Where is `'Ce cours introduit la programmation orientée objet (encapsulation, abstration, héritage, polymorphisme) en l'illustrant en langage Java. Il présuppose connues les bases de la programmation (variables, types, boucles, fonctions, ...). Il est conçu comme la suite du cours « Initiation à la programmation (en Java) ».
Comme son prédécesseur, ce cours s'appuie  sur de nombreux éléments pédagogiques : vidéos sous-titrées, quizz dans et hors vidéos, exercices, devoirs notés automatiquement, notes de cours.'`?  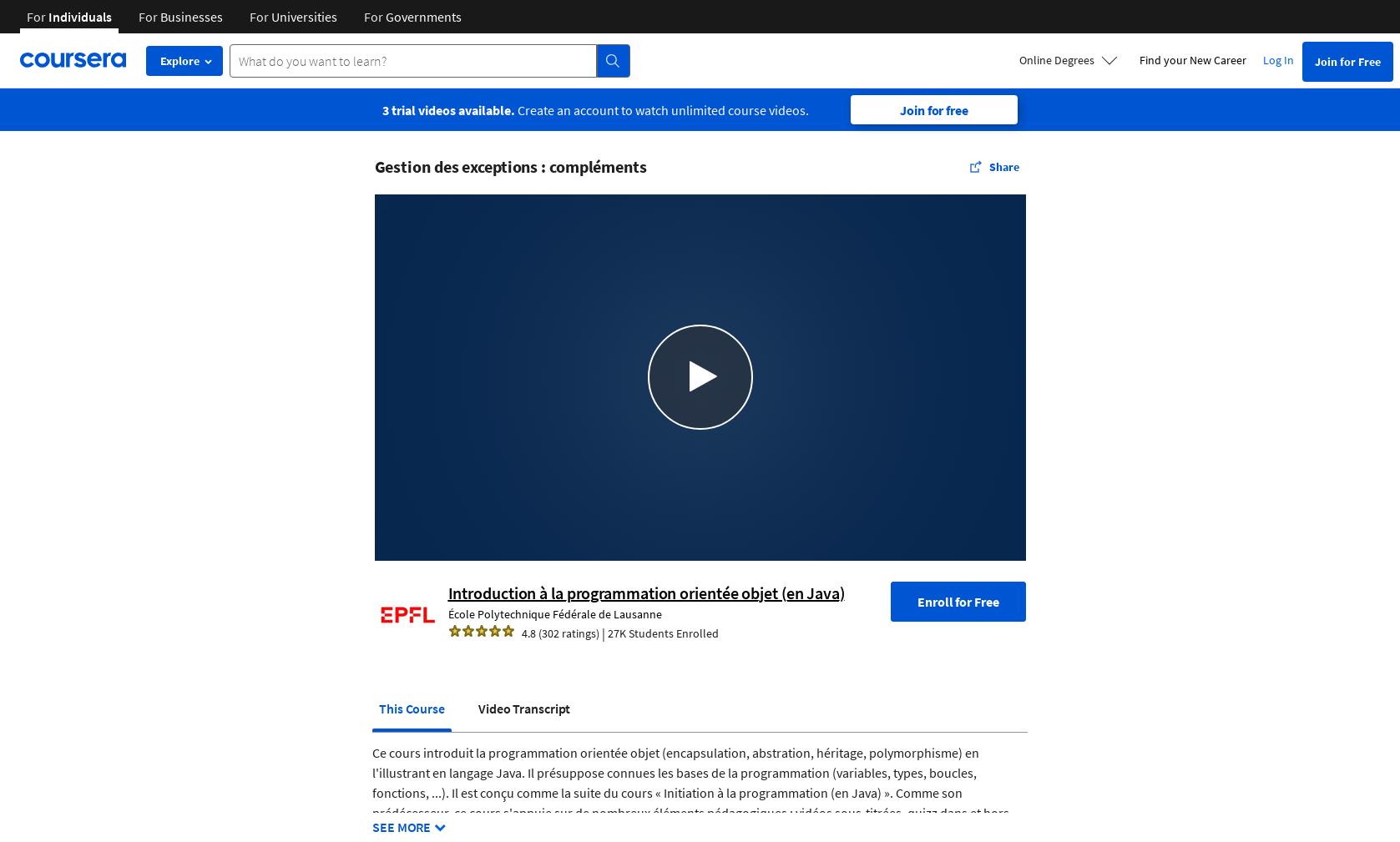
'Ce cours introduit la programmation orientée objet (encapsulation, abstration, héritage, polymorphisme) en l'illustrant en langage Java. Il présuppose connues les bases de la programmation (variables, types, boucles, fonctions, ...). Il est conçu comme la suite du cours « Initiation à la programmation (en Java) ».
Comme son prédécesseur, ce cours s'appuie  sur de nombreux éléments pédagogiques : vidéos sous-titrées, quizz dans et hors vidéos, exercices, devoirs notés automatiquement, notes de cours.' is located at coordinates (690, 791).